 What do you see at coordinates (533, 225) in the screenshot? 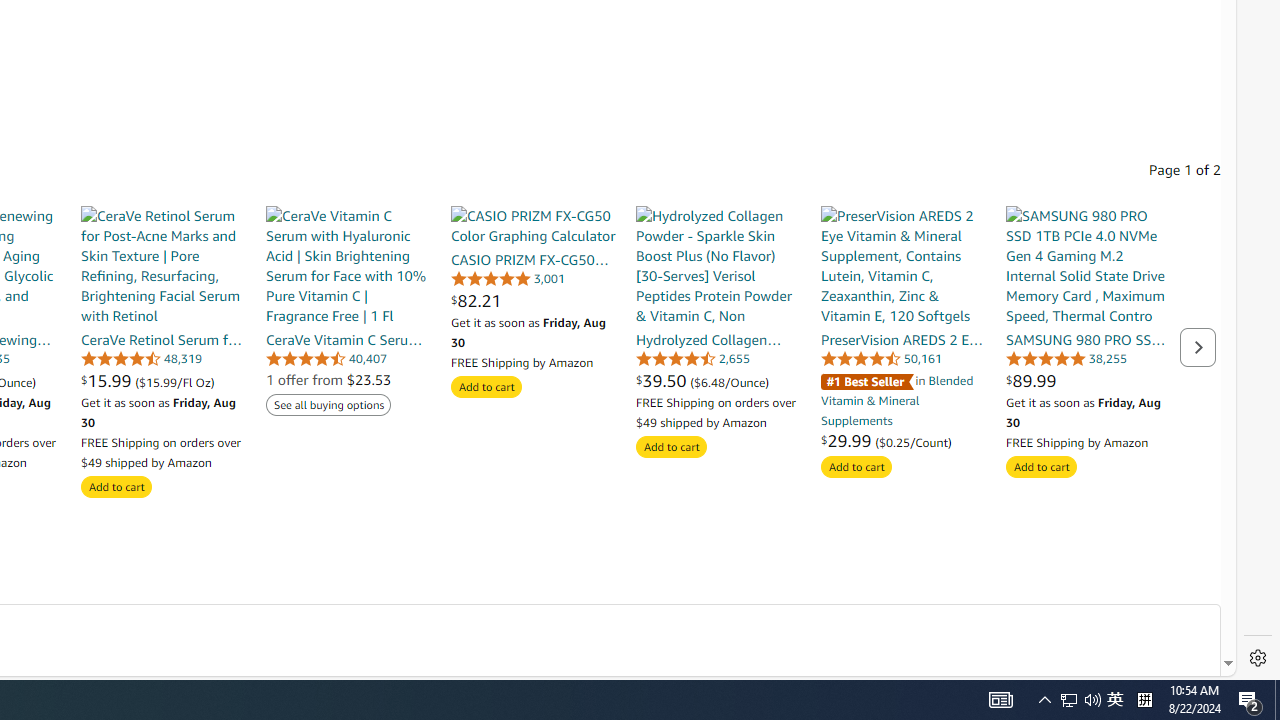
I see `'CASIO PRIZM FX-CG50 Color Graphing Calculator'` at bounding box center [533, 225].